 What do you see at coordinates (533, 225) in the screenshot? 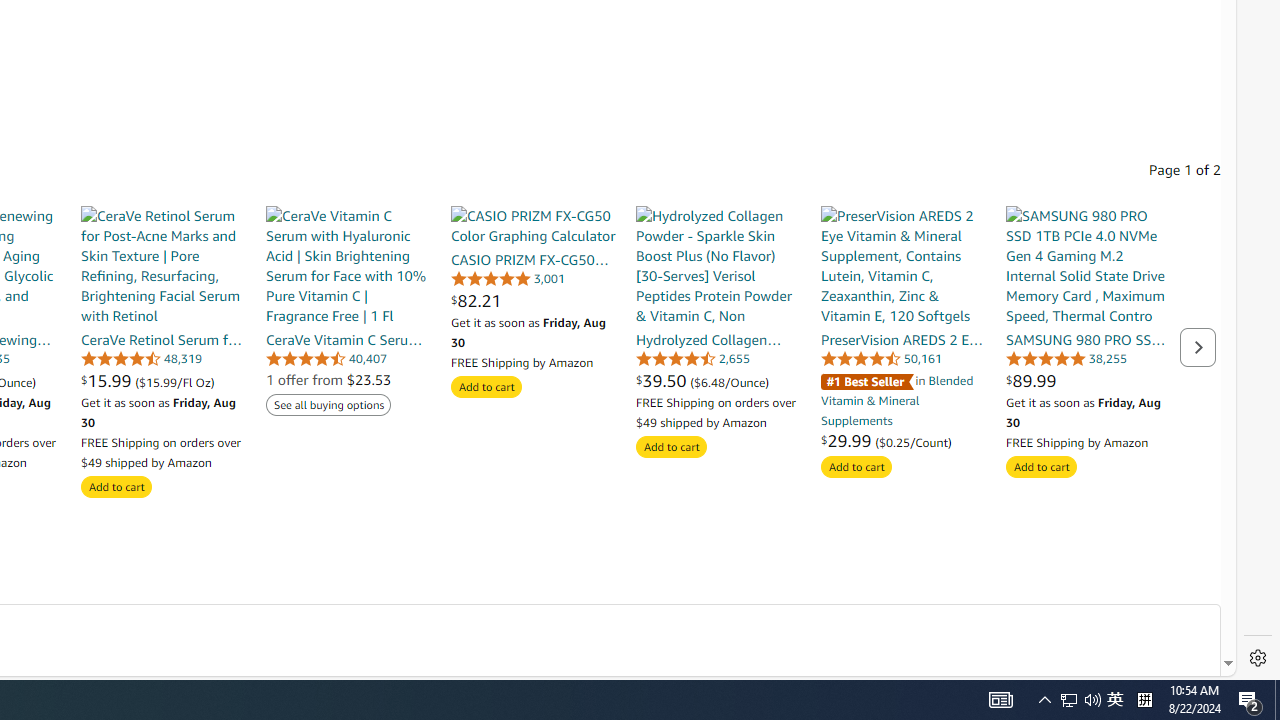
I see `'CASIO PRIZM FX-CG50 Color Graphing Calculator'` at bounding box center [533, 225].